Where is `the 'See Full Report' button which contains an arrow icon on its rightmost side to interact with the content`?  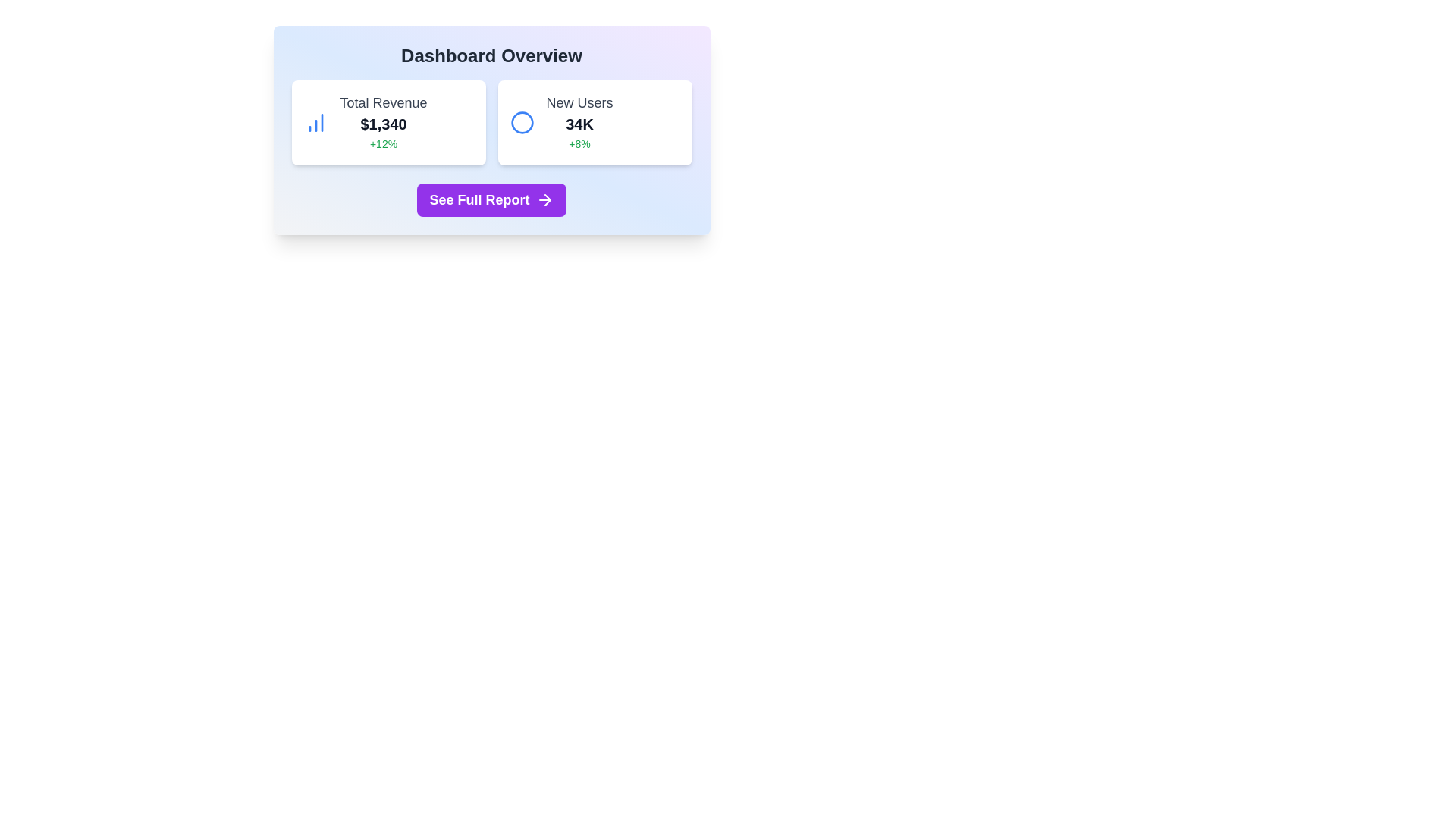 the 'See Full Report' button which contains an arrow icon on its rightmost side to interact with the content is located at coordinates (547, 199).